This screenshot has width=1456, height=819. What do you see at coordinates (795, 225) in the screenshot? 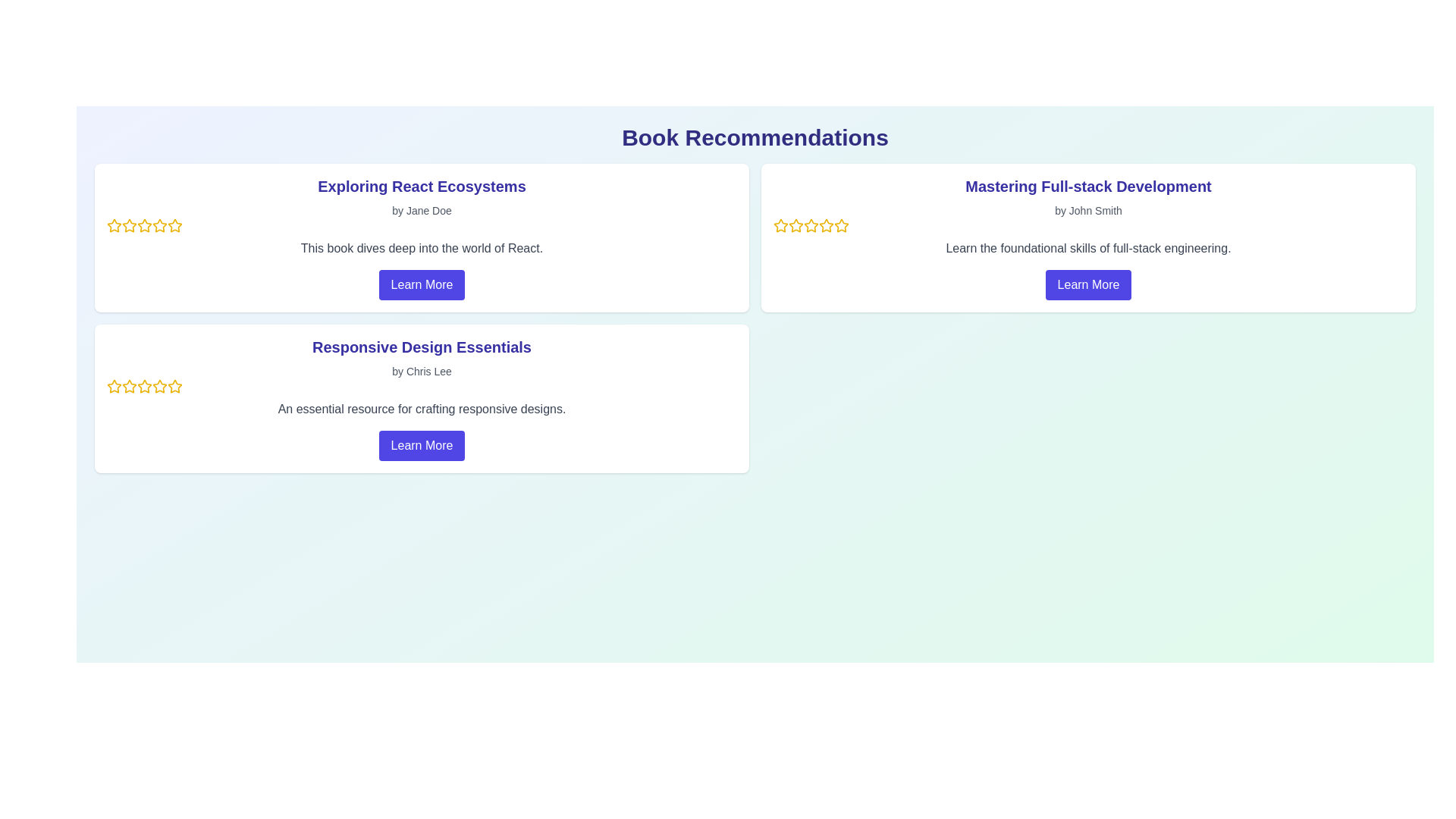
I see `the second star icon used for rating under the title 'Mastering Full-stack Development' located in the top-right card of the layout` at bounding box center [795, 225].